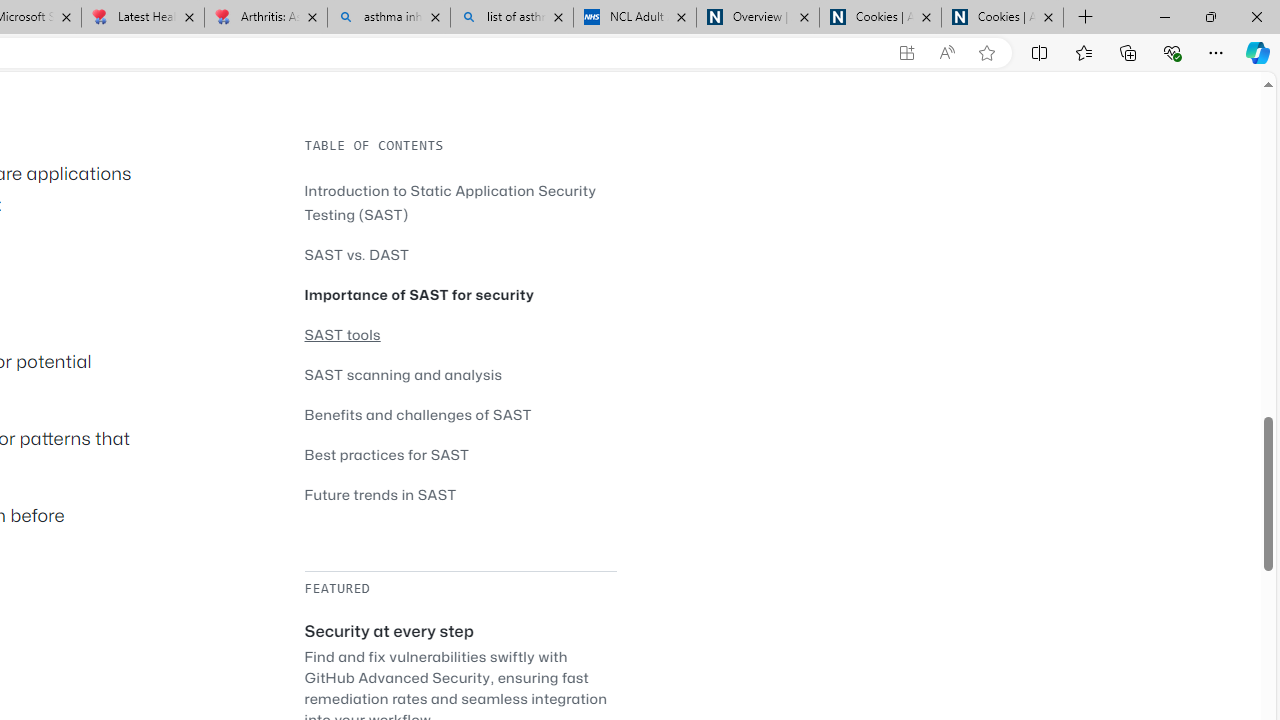 The image size is (1280, 720). What do you see at coordinates (1002, 17) in the screenshot?
I see `'Cookies | About | NICE'` at bounding box center [1002, 17].